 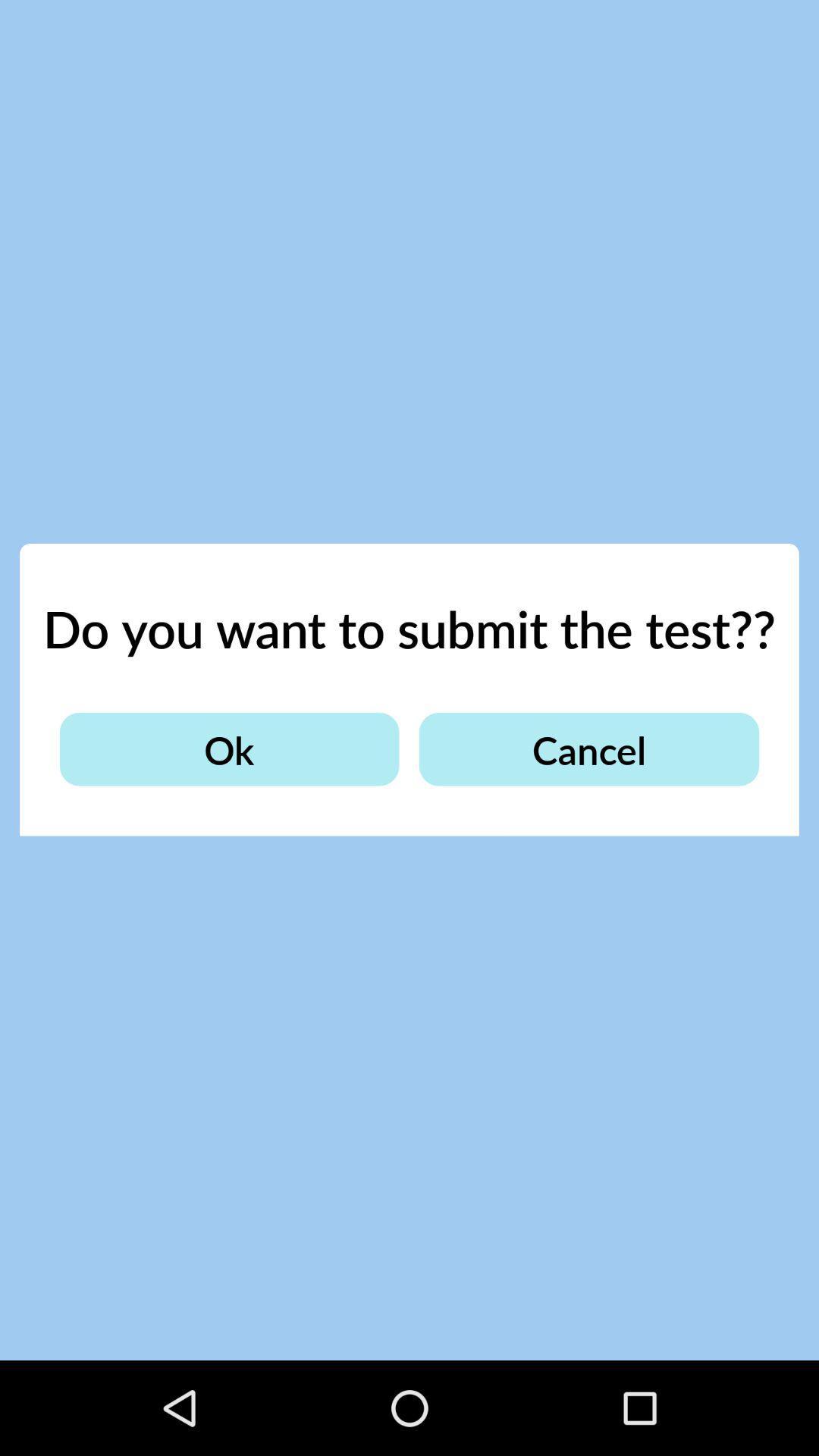 What do you see at coordinates (588, 749) in the screenshot?
I see `item on the right` at bounding box center [588, 749].